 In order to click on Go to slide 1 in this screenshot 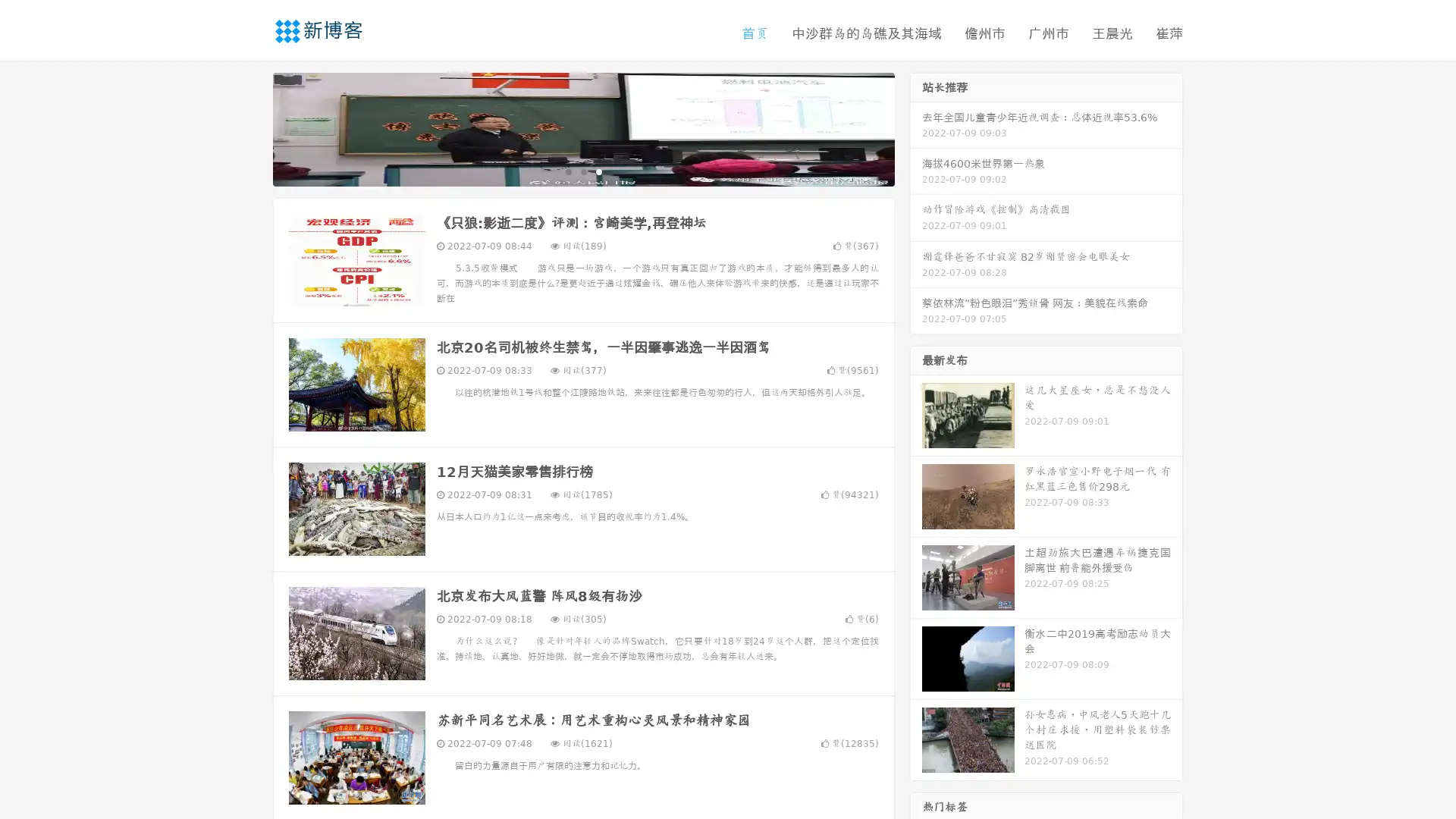, I will do `click(567, 171)`.